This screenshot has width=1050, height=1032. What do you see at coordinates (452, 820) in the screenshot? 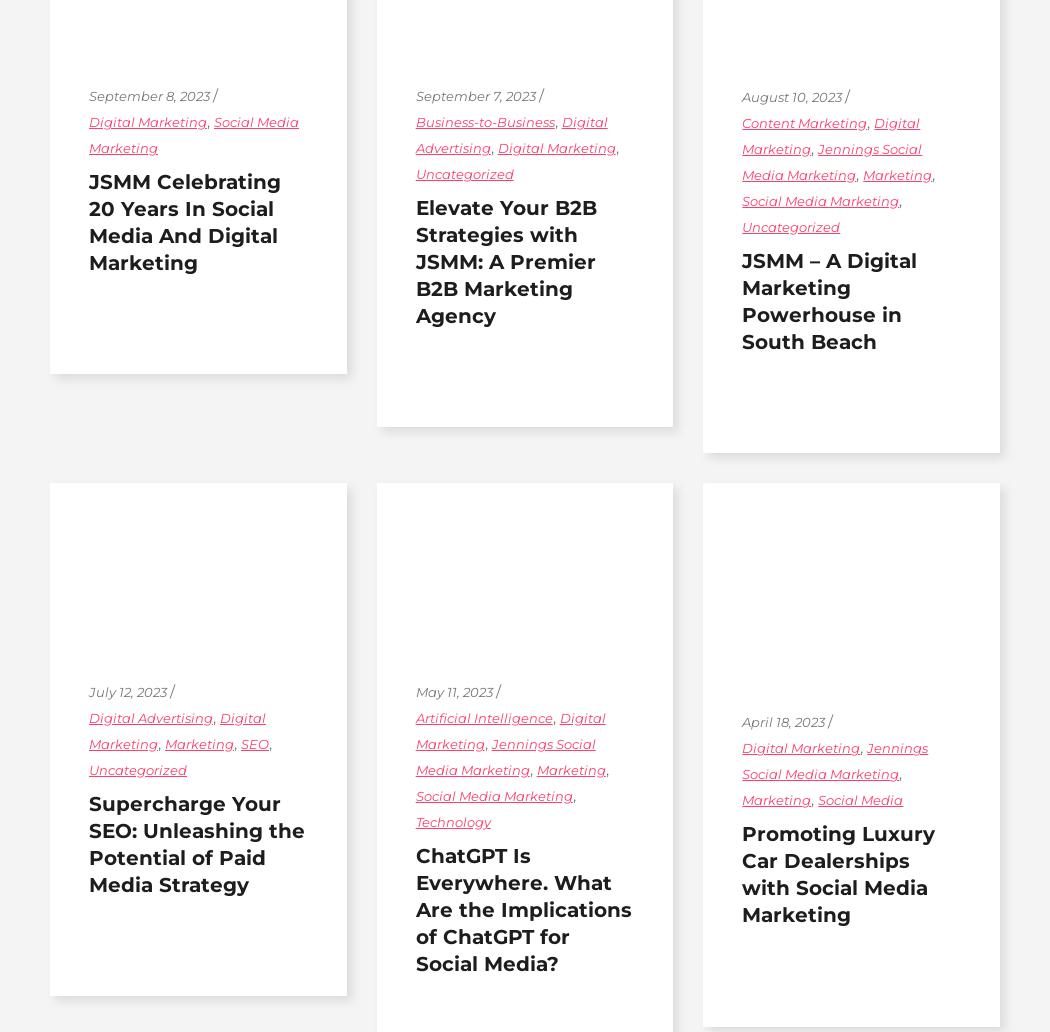
I see `'Technology'` at bounding box center [452, 820].